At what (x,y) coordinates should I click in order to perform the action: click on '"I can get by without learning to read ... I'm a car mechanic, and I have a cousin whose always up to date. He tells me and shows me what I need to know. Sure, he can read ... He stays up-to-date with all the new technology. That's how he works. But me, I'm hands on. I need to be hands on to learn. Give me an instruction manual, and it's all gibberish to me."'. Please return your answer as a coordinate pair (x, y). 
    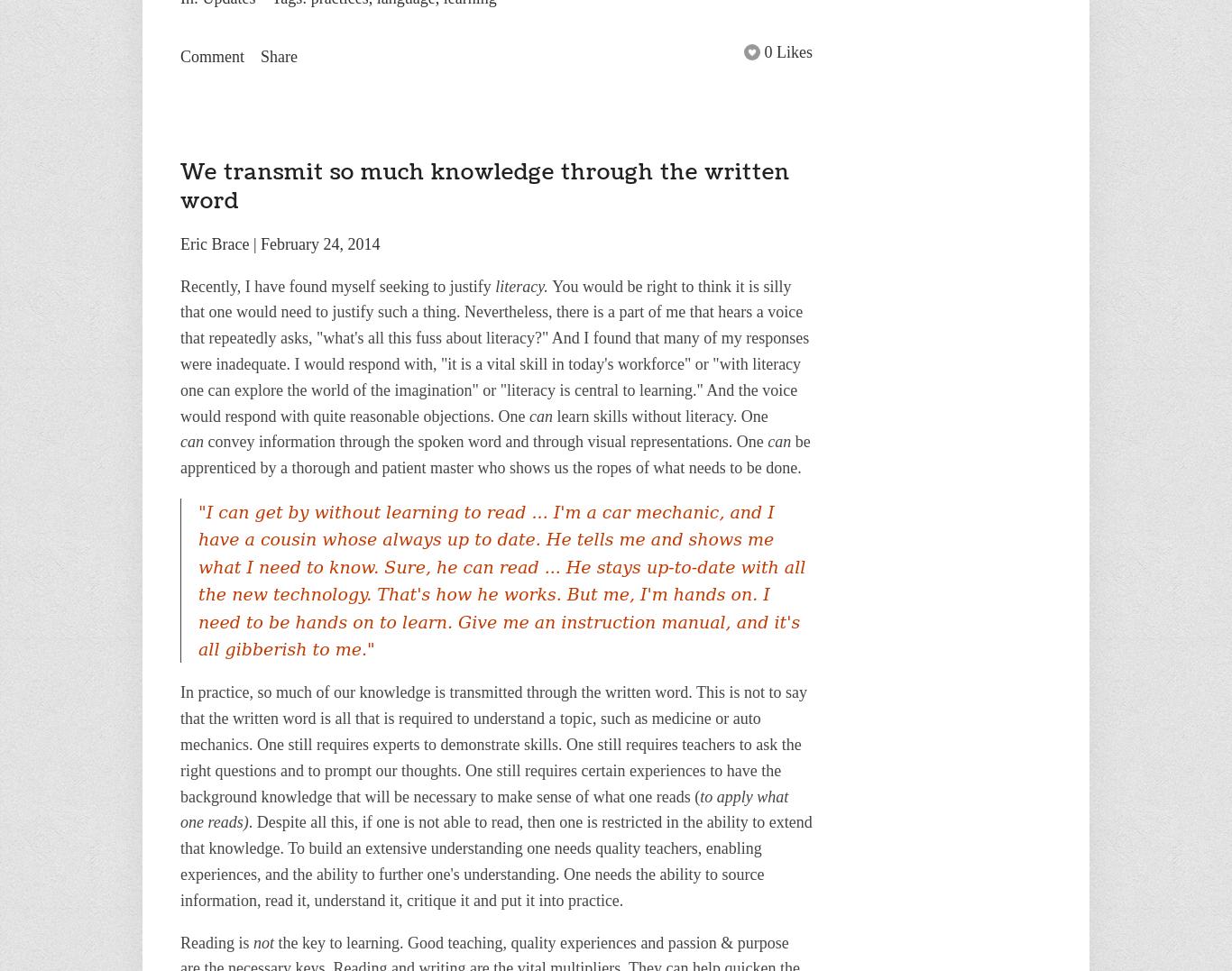
    Looking at the image, I should click on (501, 580).